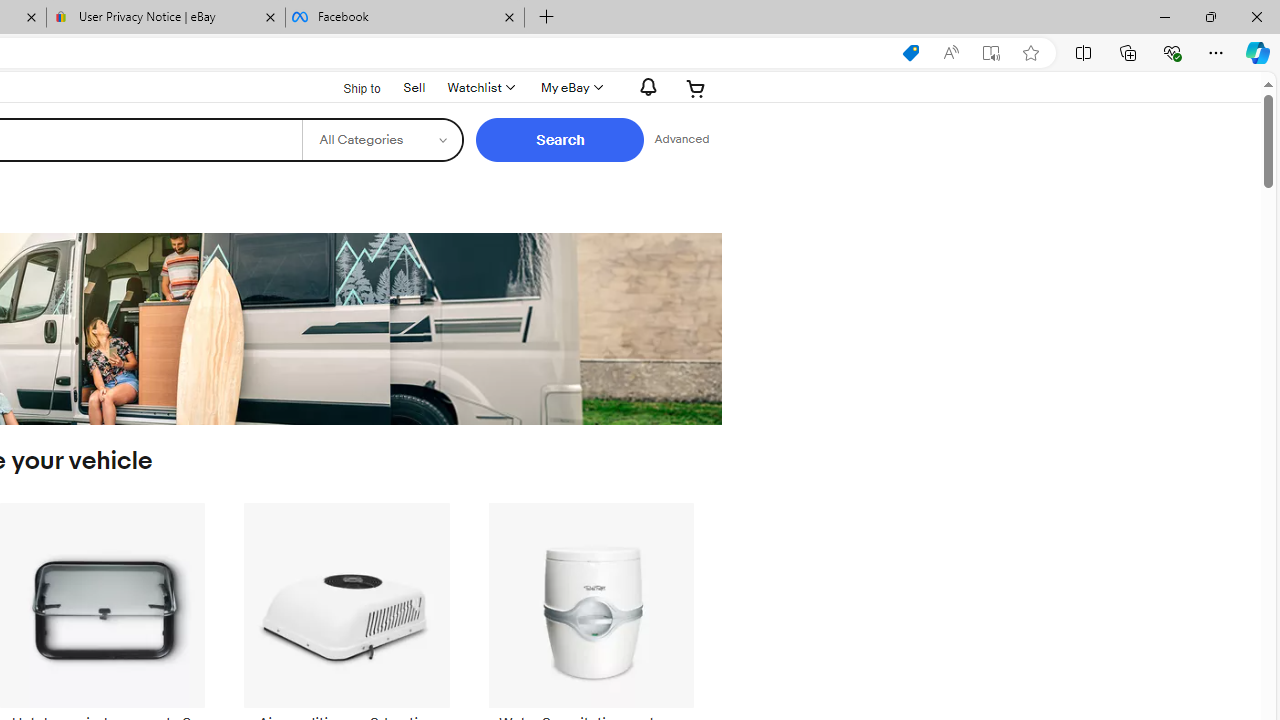 The width and height of the screenshot is (1280, 720). I want to click on 'Sell', so click(413, 85).